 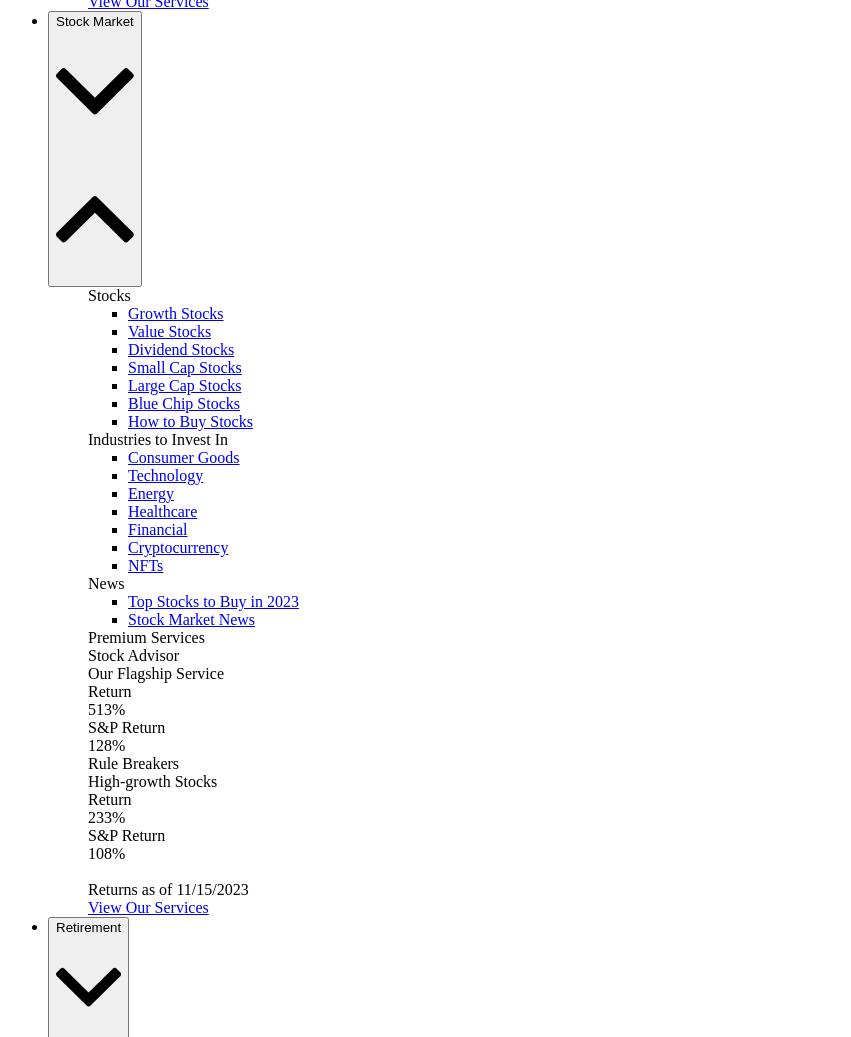 What do you see at coordinates (93, 20) in the screenshot?
I see `'Stock Market'` at bounding box center [93, 20].